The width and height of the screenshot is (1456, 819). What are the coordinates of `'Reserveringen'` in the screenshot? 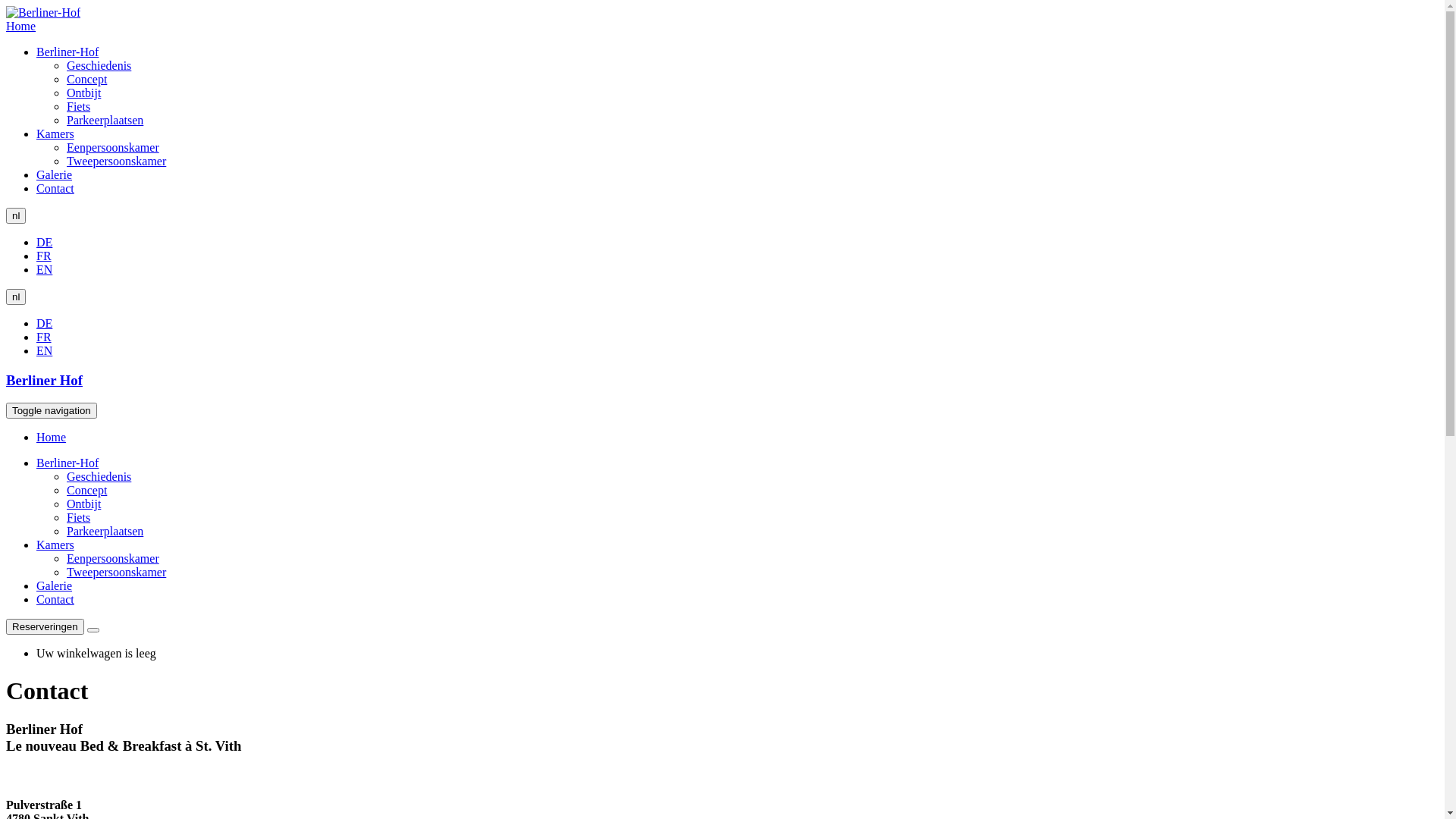 It's located at (6, 626).